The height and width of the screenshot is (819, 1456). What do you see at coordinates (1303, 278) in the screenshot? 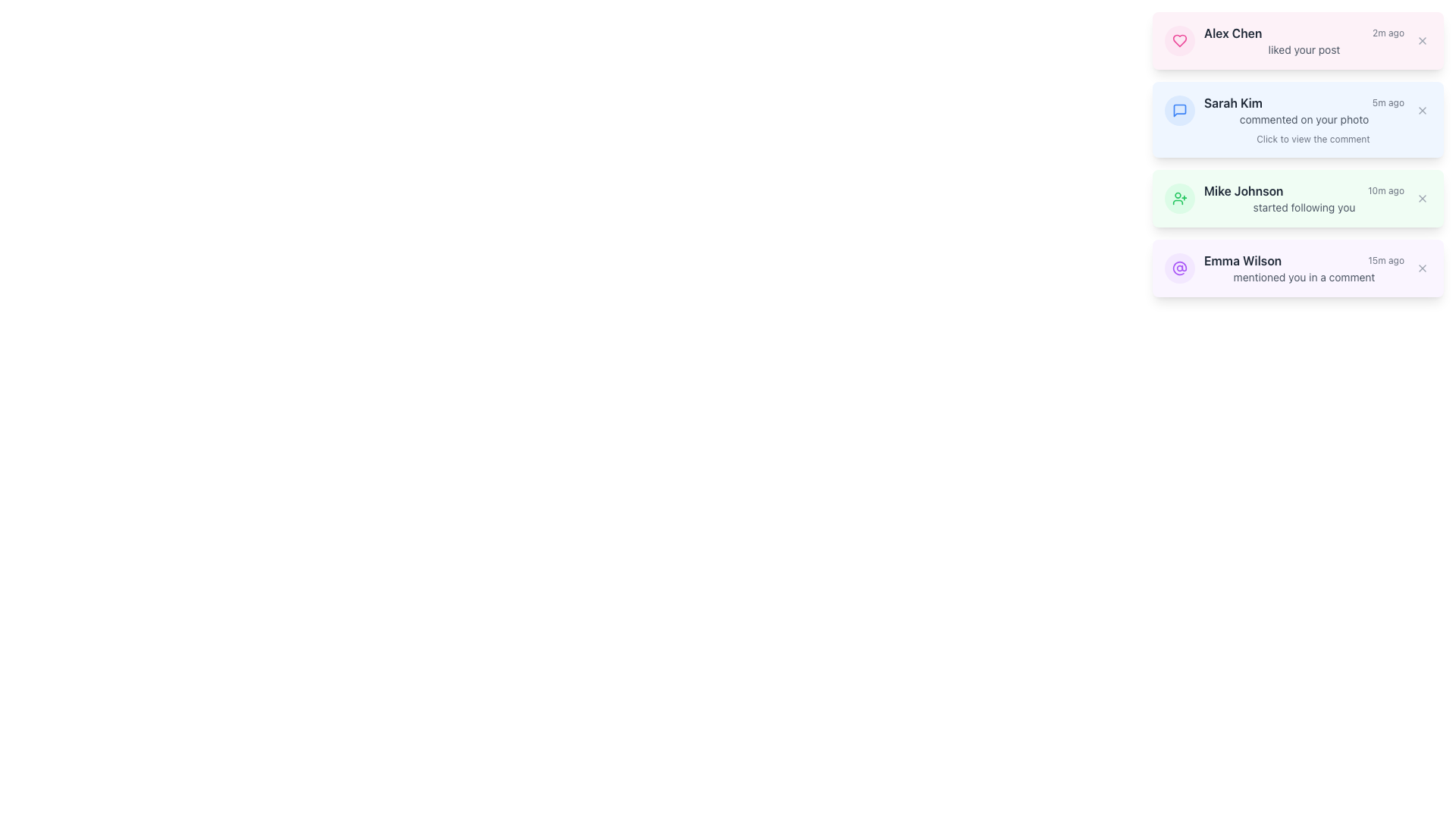
I see `the textual notification stating 'mentioned you in a comment' inside the notification area associated with 'Emma Wilson'` at bounding box center [1303, 278].